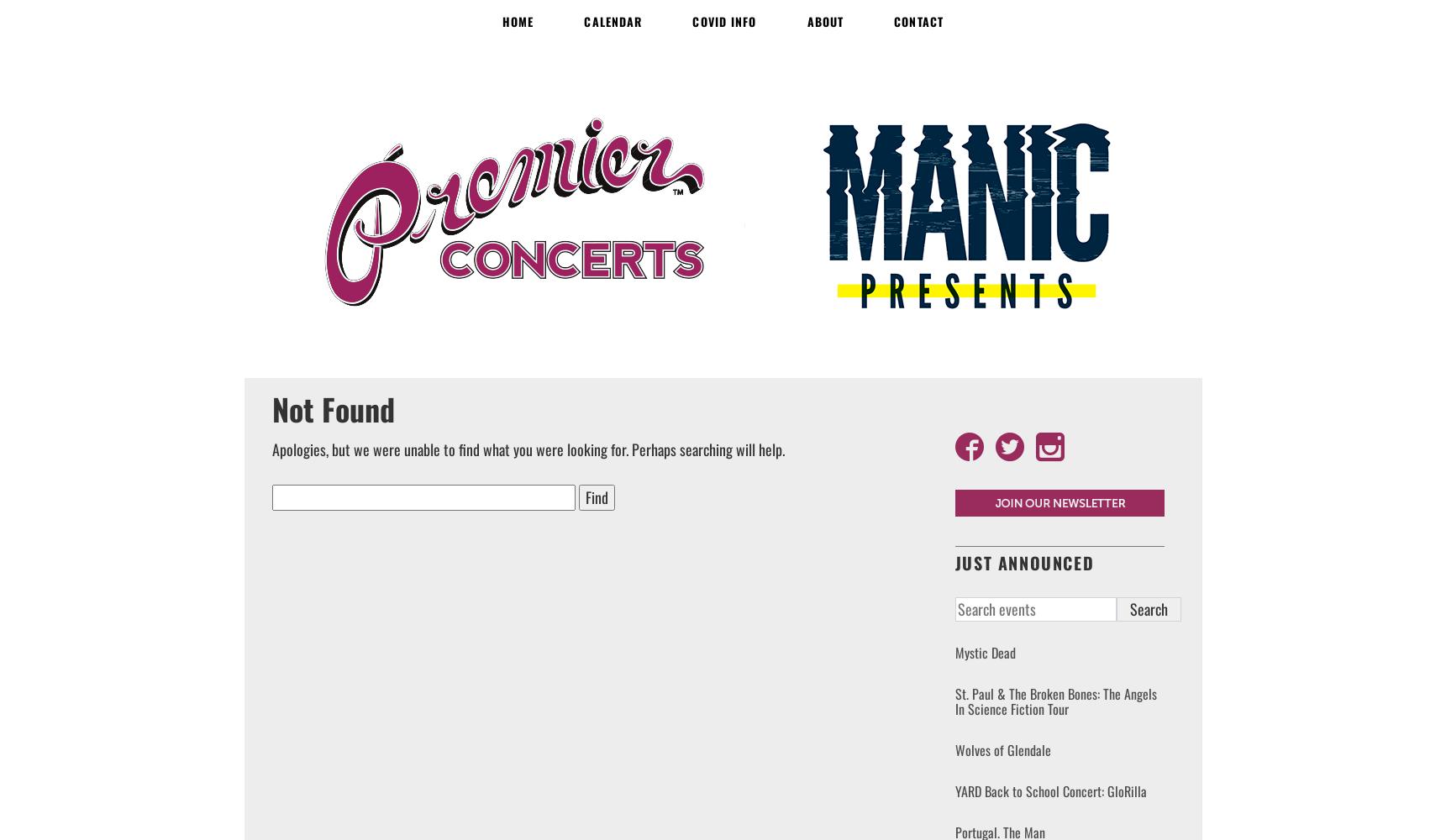 This screenshot has height=840, width=1446. Describe the element at coordinates (613, 21) in the screenshot. I see `'Calendar'` at that location.